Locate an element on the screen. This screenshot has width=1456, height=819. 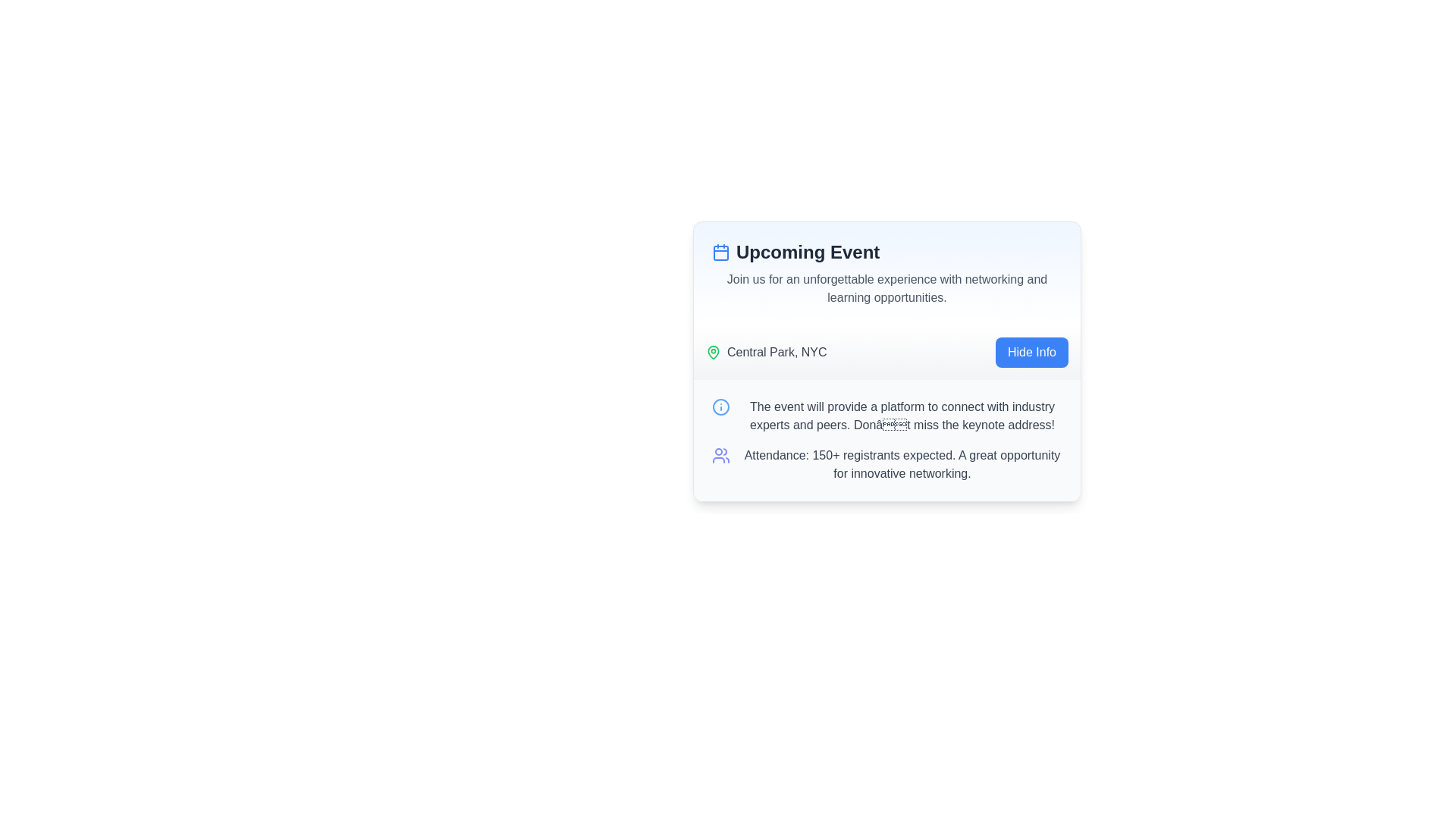
informational text block located horizontally to the right of the info icon, which describes the event's opportunities and features is located at coordinates (902, 416).